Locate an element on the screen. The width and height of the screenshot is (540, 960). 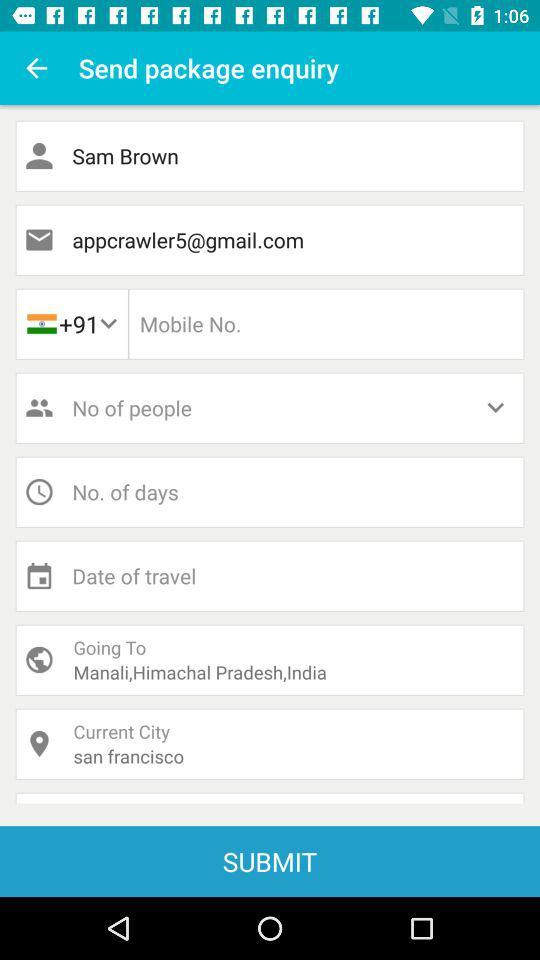
item below the sam brown is located at coordinates (270, 240).